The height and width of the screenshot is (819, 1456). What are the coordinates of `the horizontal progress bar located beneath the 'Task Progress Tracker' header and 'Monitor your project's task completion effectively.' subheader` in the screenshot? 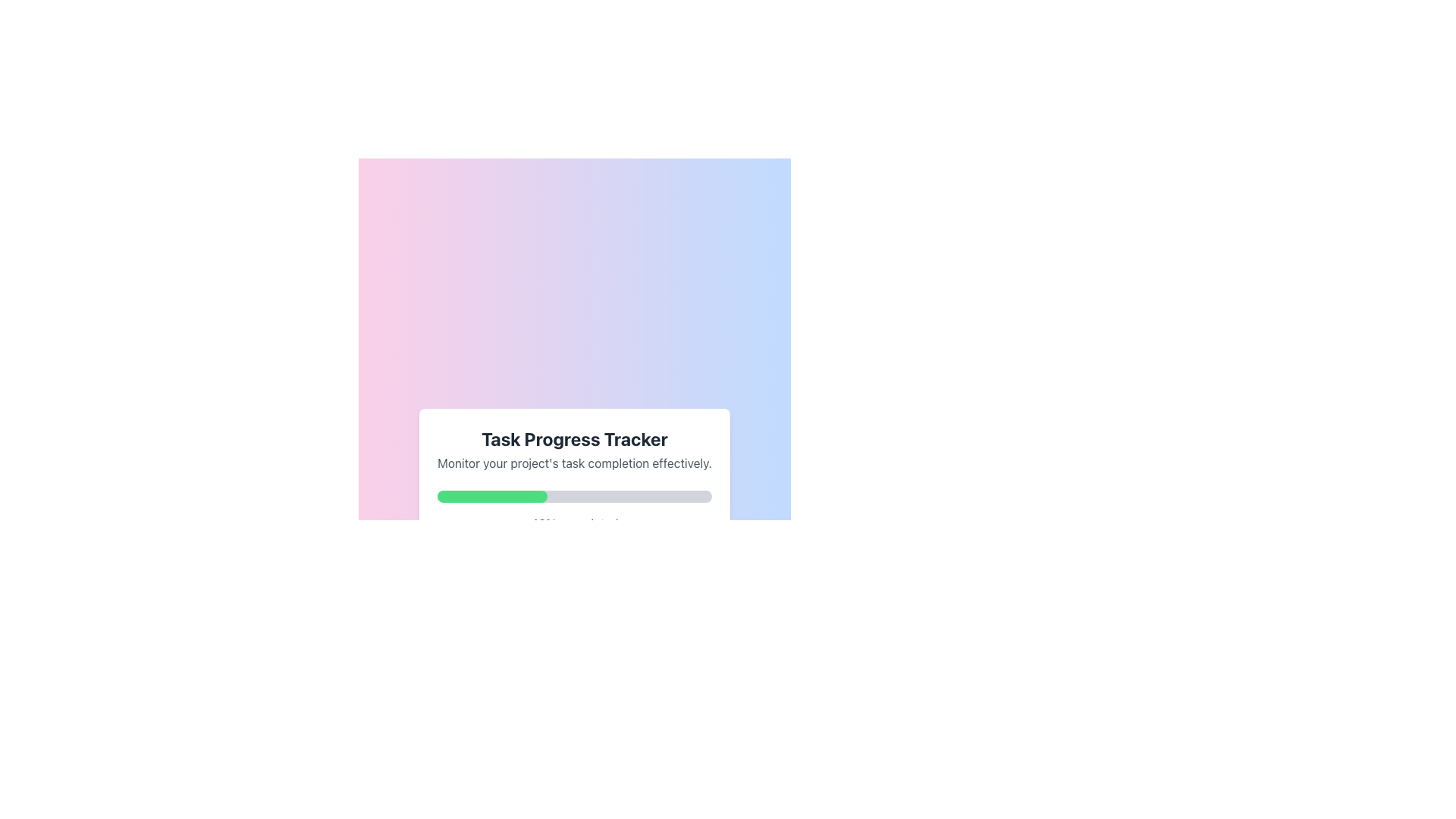 It's located at (574, 497).